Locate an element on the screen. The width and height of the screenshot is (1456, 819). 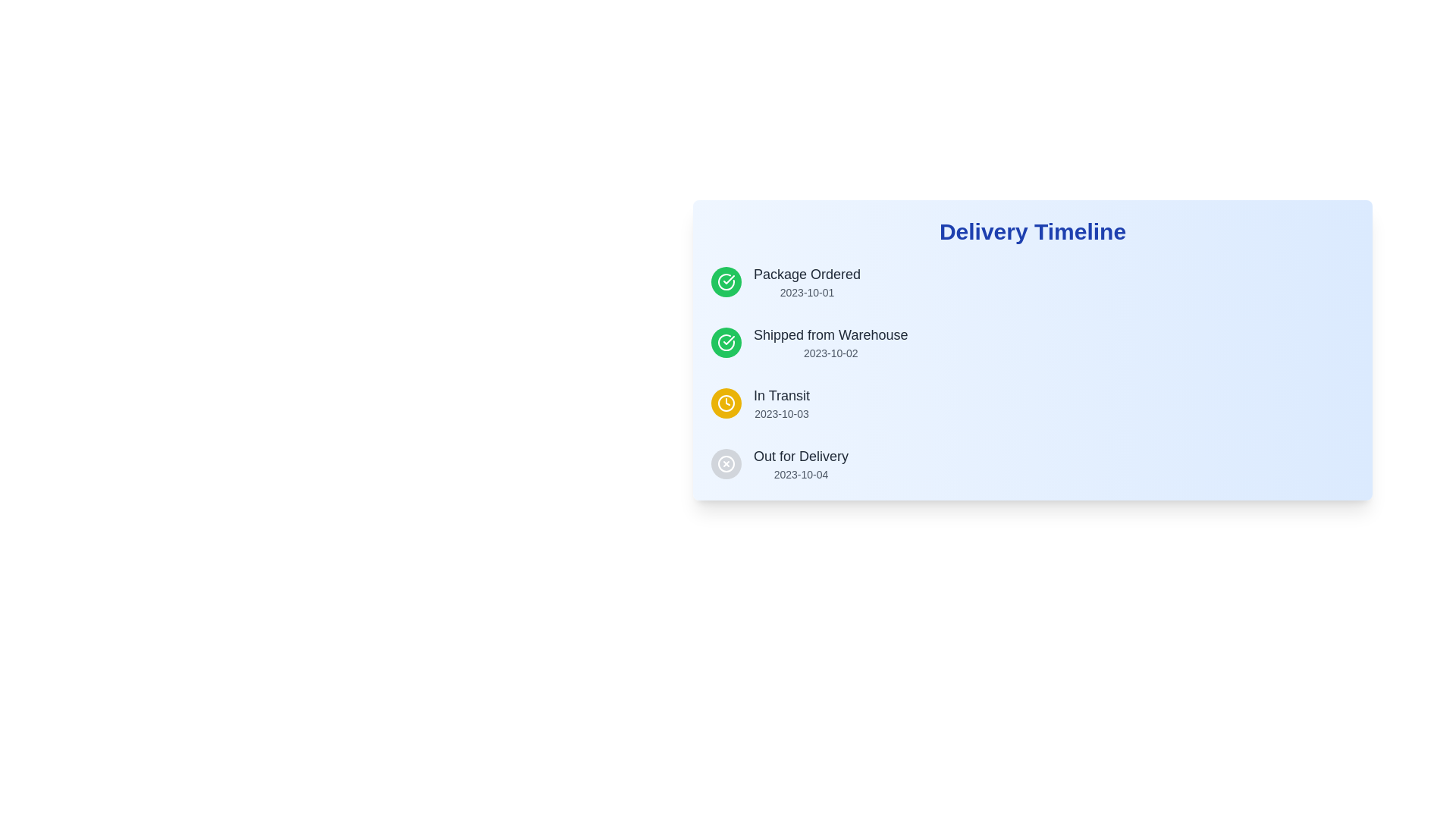
the Status Indicator icon that depicts a circle with an 'X' inside it, located next to the text 'Out for Delivery' and the date '2023-10-04' is located at coordinates (726, 463).